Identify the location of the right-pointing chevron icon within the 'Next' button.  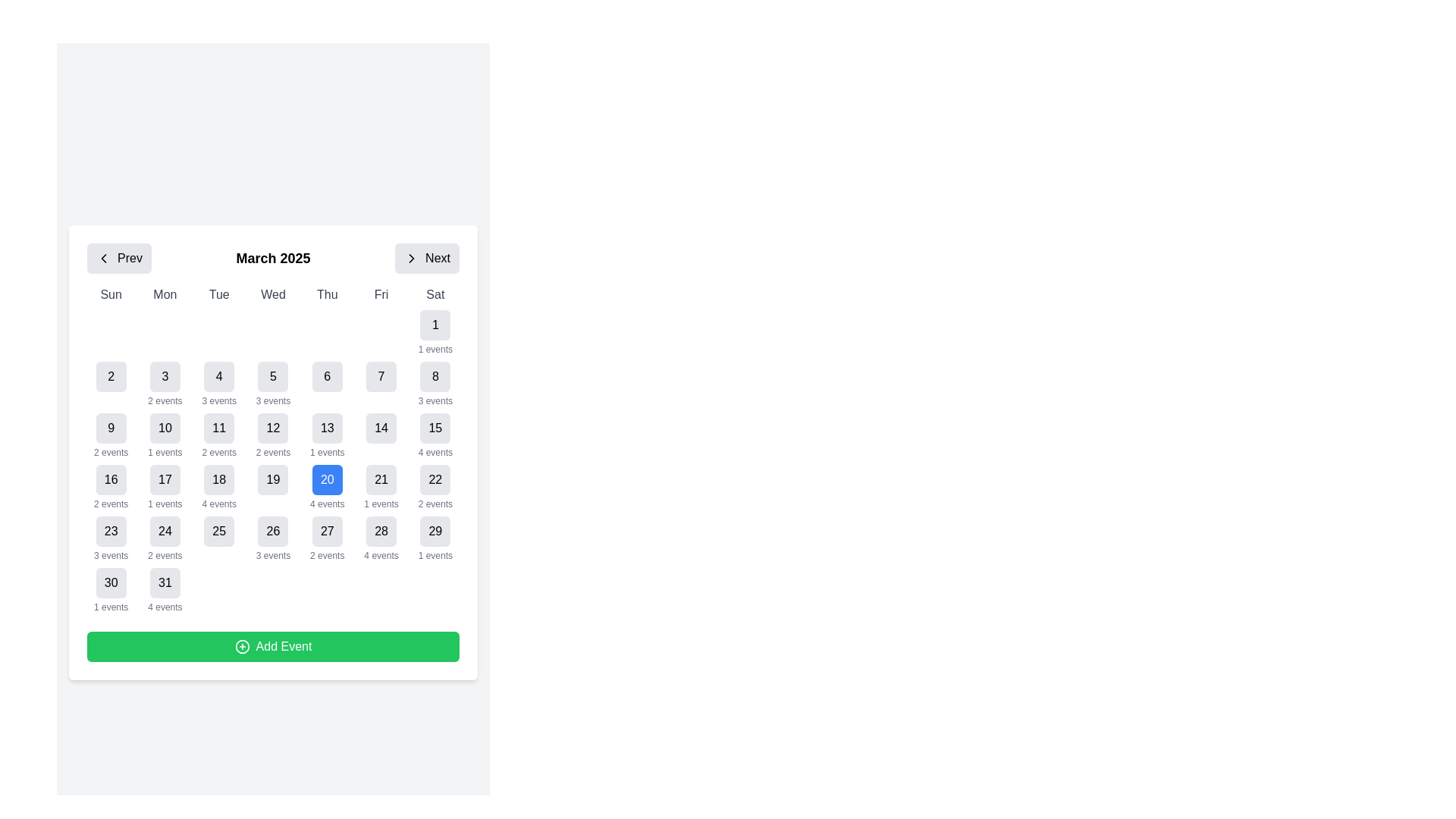
(412, 257).